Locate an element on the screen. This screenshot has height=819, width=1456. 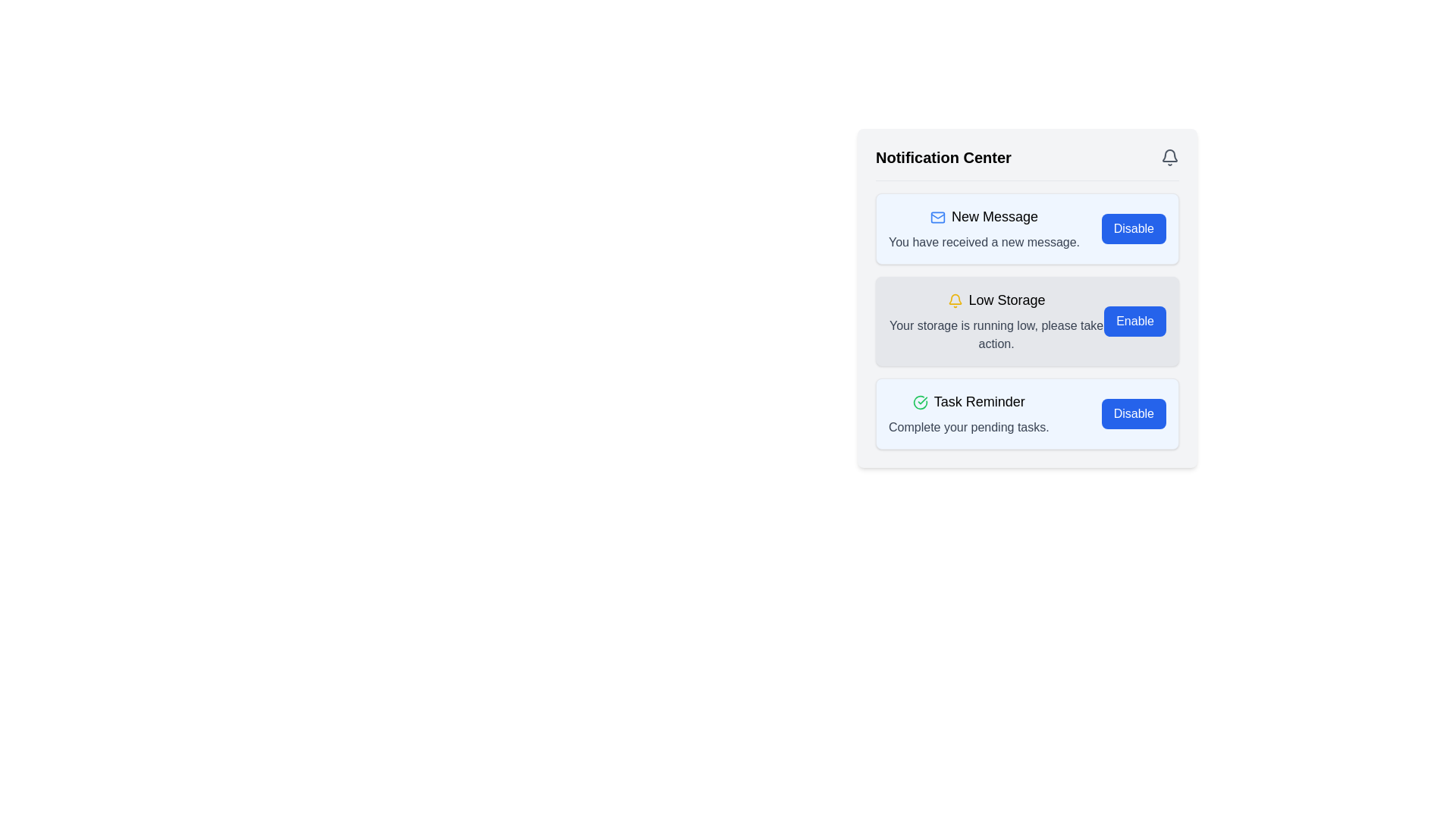
the button located in the lower-right corner of the 'Task Reminder' notification card is located at coordinates (1133, 414).